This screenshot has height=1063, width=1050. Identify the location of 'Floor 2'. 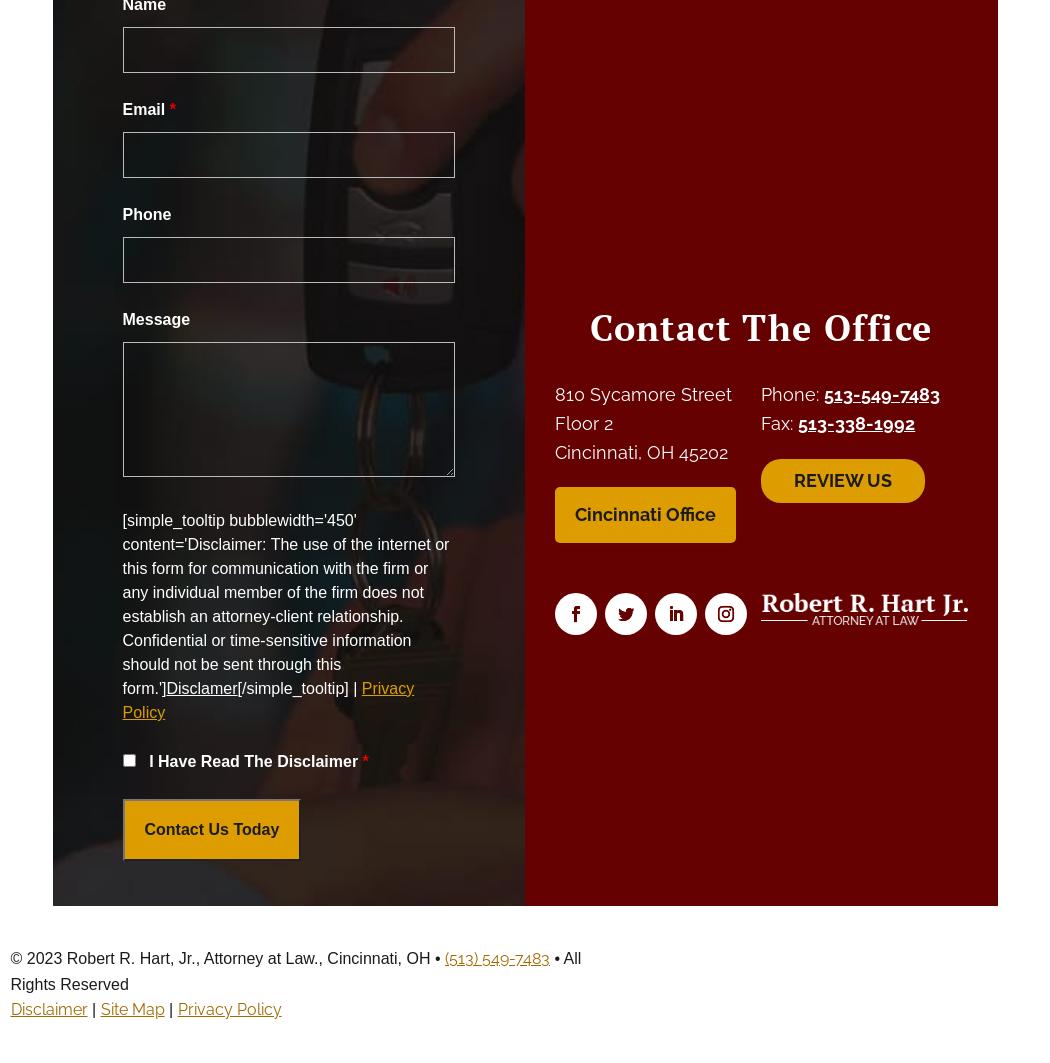
(583, 422).